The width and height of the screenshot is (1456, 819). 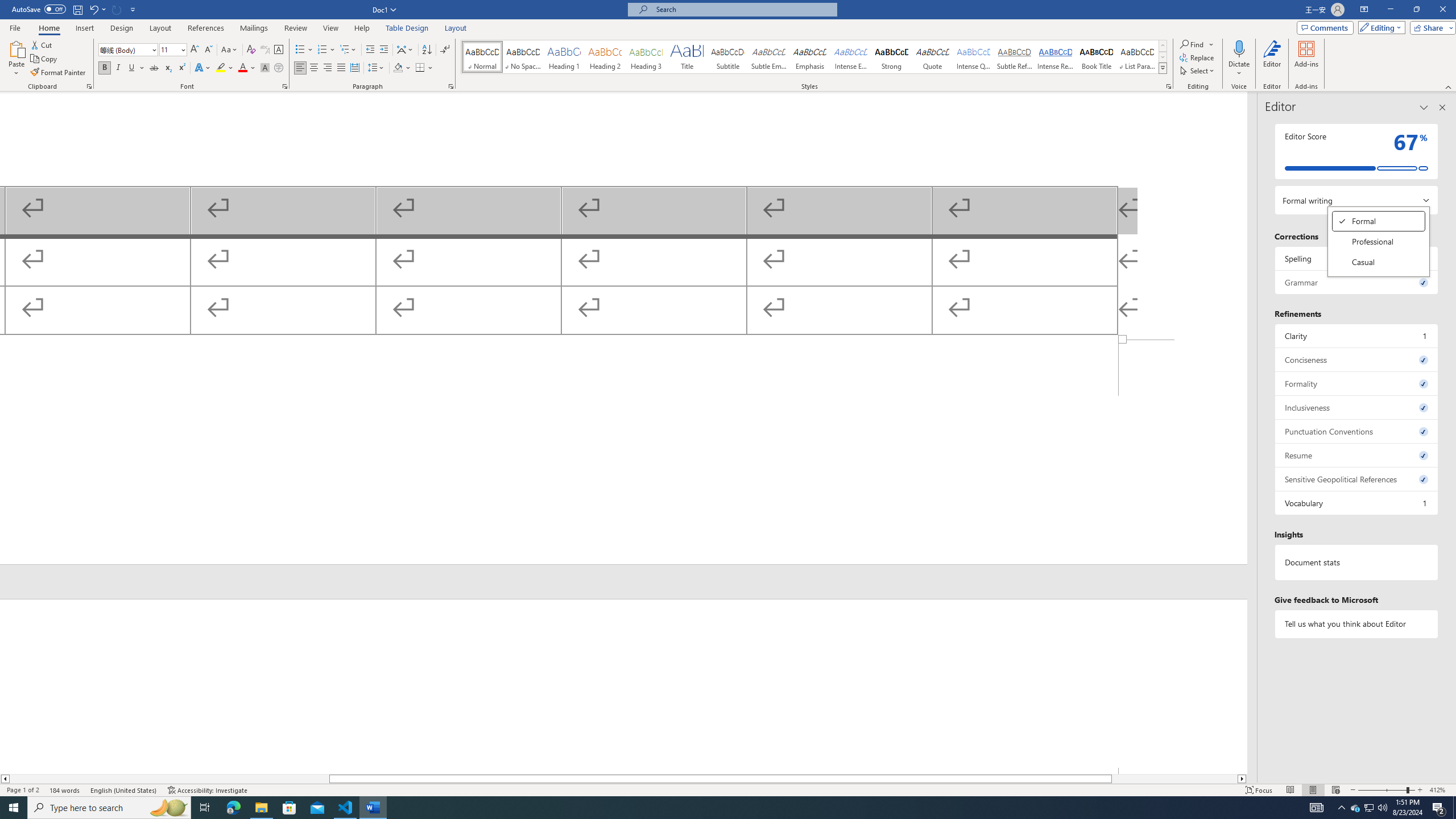 I want to click on 'Page right', so click(x=1174, y=778).